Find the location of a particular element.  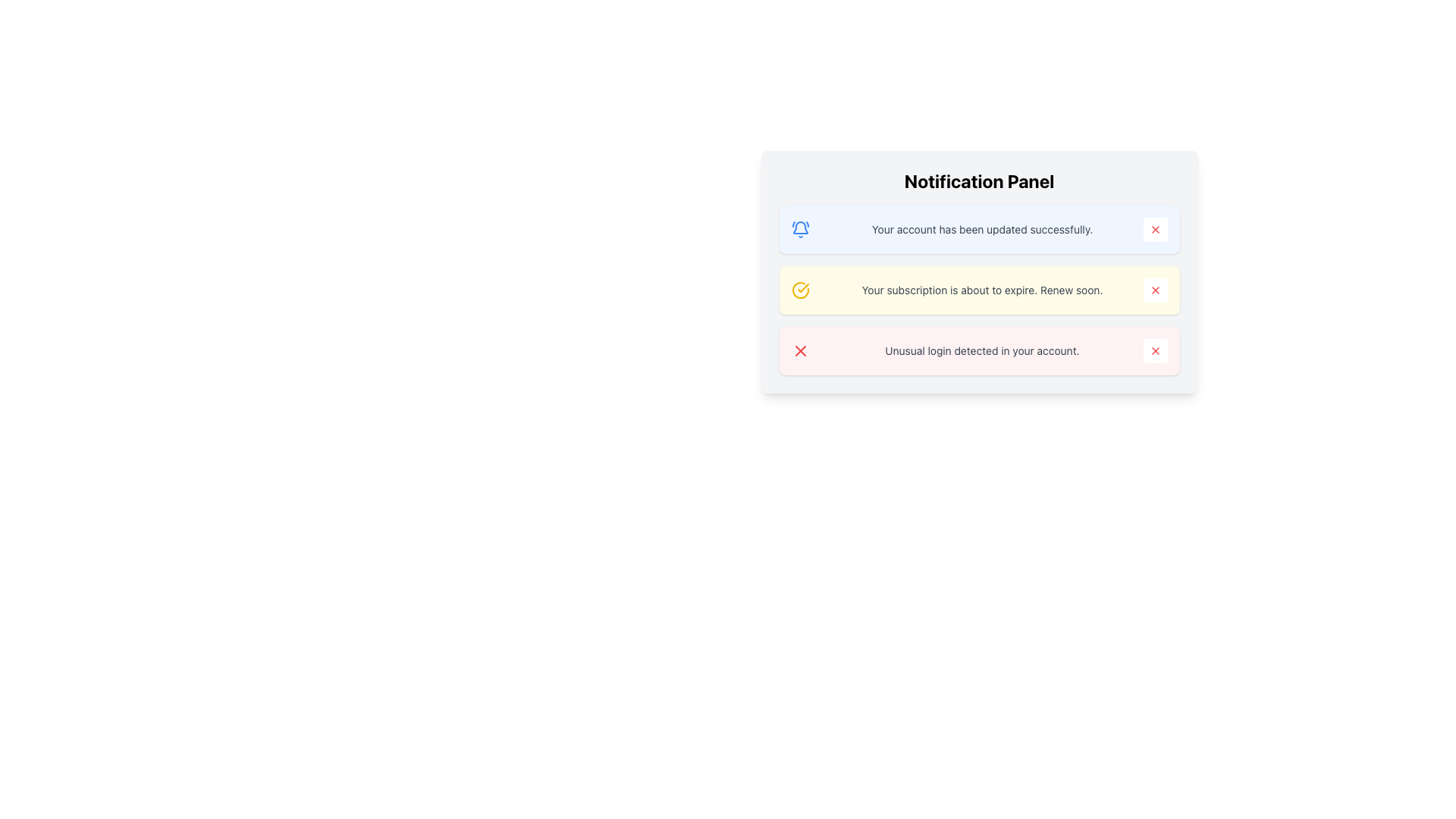

the notification card with a red background that reads 'Unusual login detected in your account.' is located at coordinates (979, 350).